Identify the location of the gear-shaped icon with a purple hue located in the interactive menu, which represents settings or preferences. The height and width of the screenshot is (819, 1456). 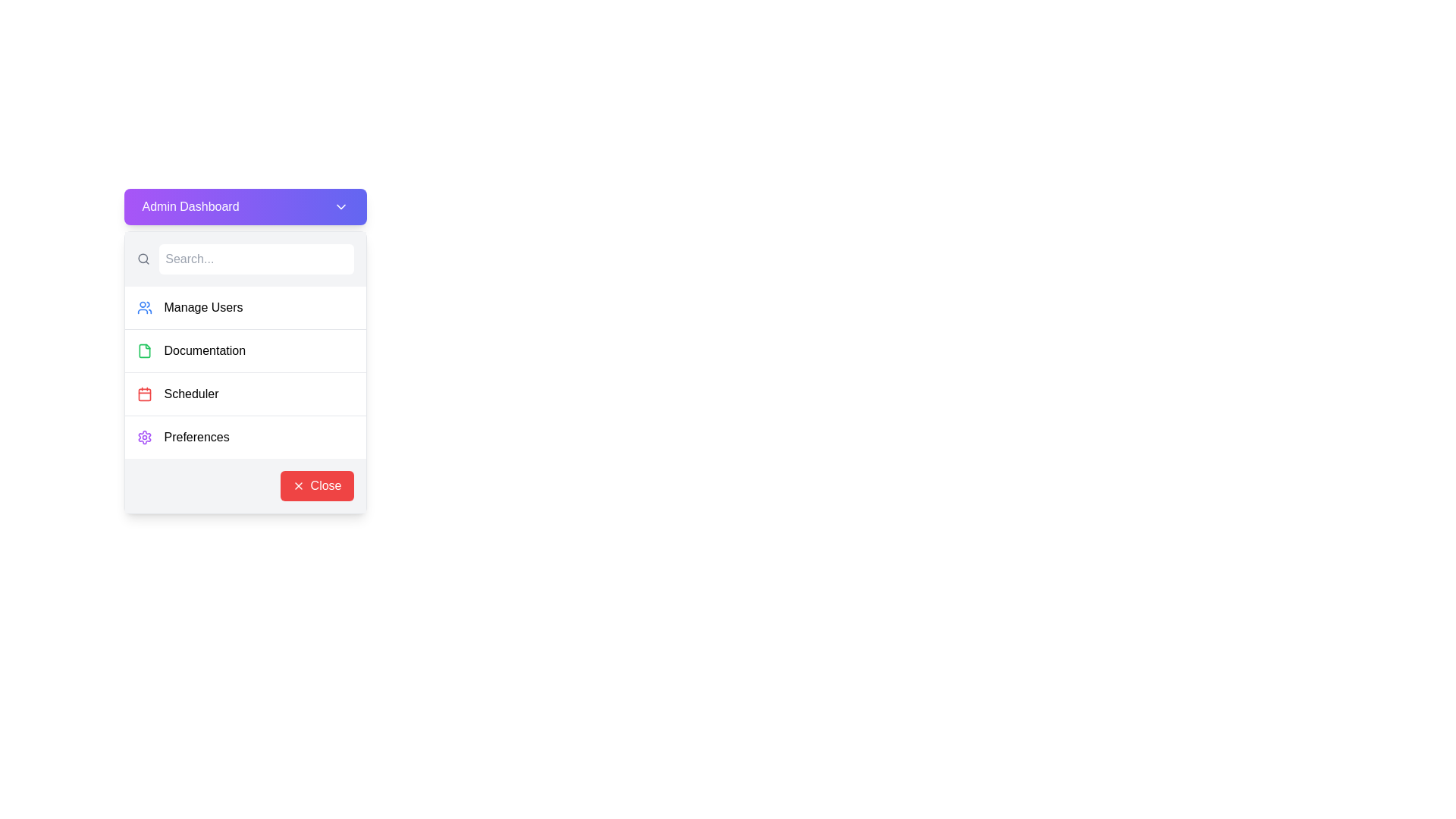
(144, 438).